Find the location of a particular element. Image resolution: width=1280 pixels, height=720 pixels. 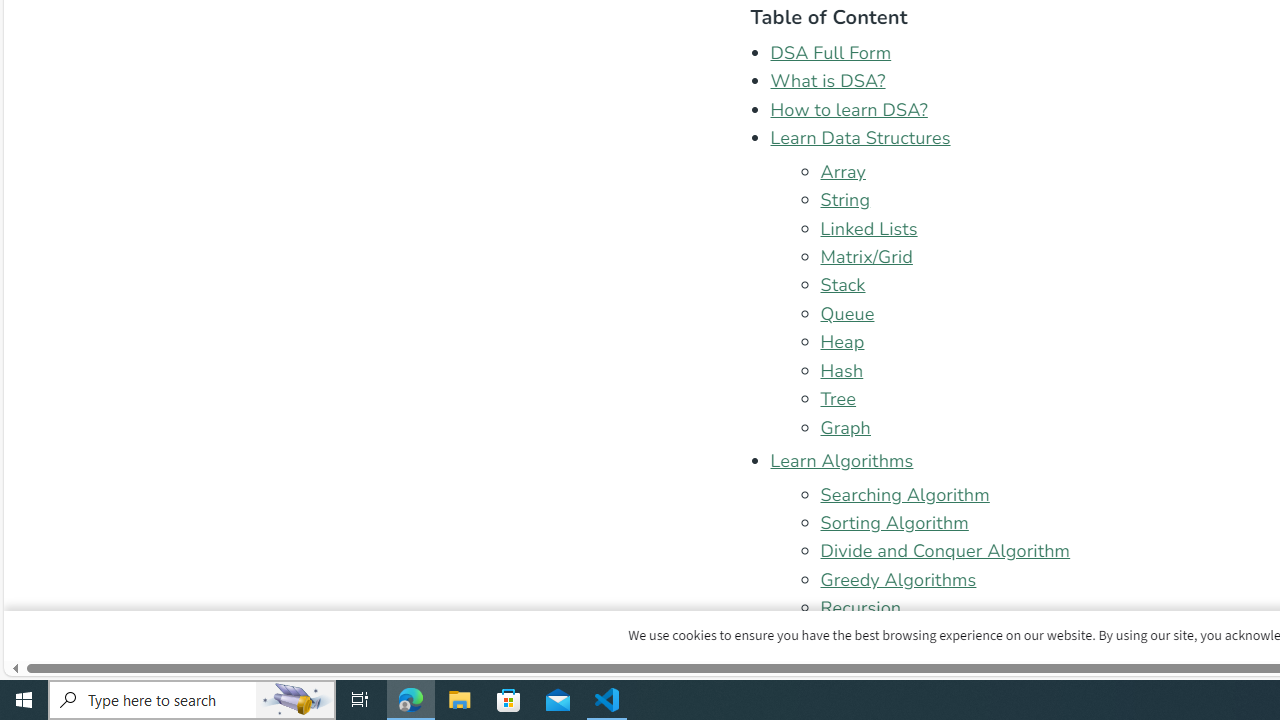

'Stack' is located at coordinates (843, 285).